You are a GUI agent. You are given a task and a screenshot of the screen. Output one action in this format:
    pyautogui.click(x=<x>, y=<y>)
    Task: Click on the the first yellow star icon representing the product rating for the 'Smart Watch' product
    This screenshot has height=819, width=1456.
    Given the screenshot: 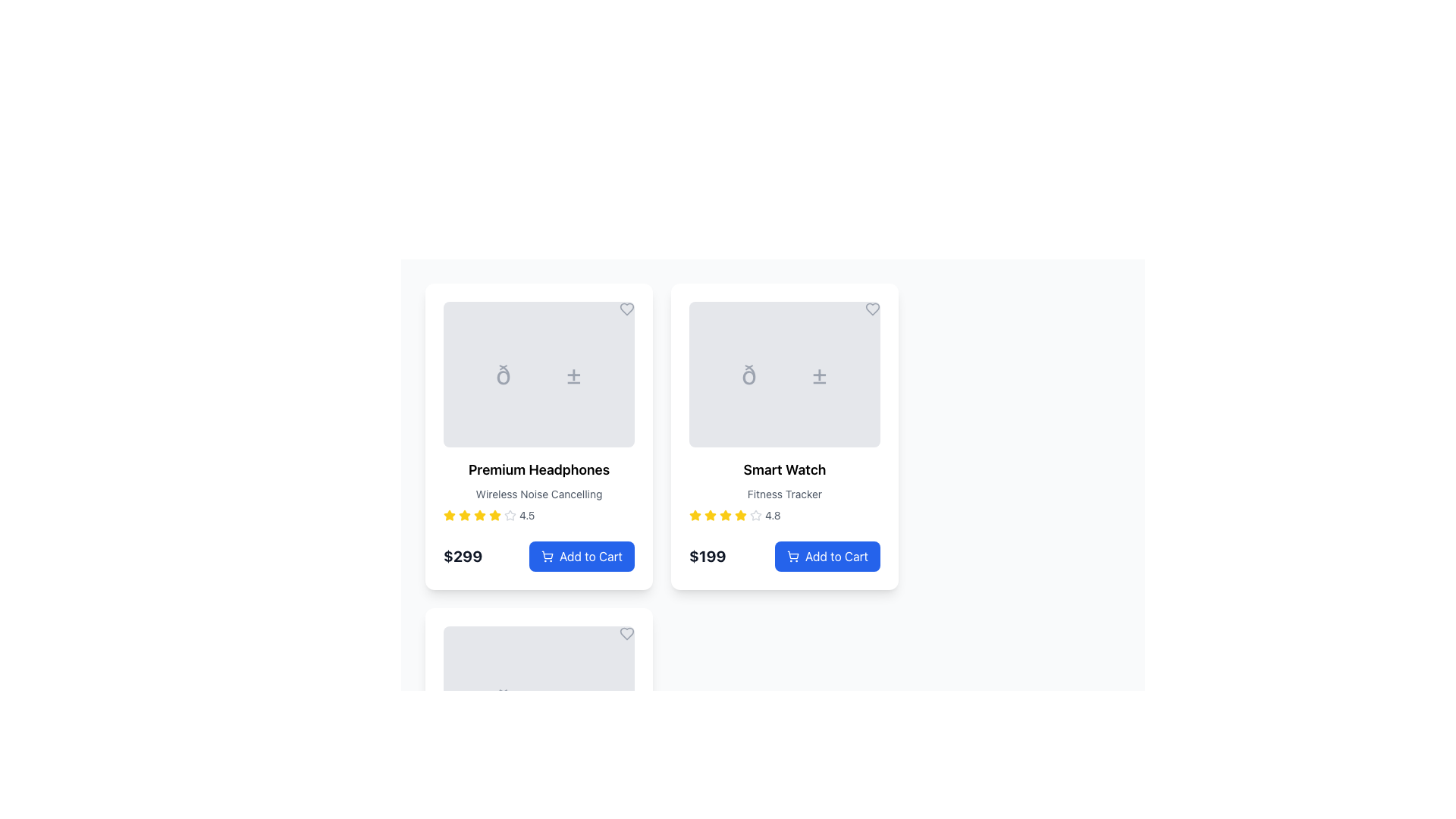 What is the action you would take?
    pyautogui.click(x=694, y=514)
    